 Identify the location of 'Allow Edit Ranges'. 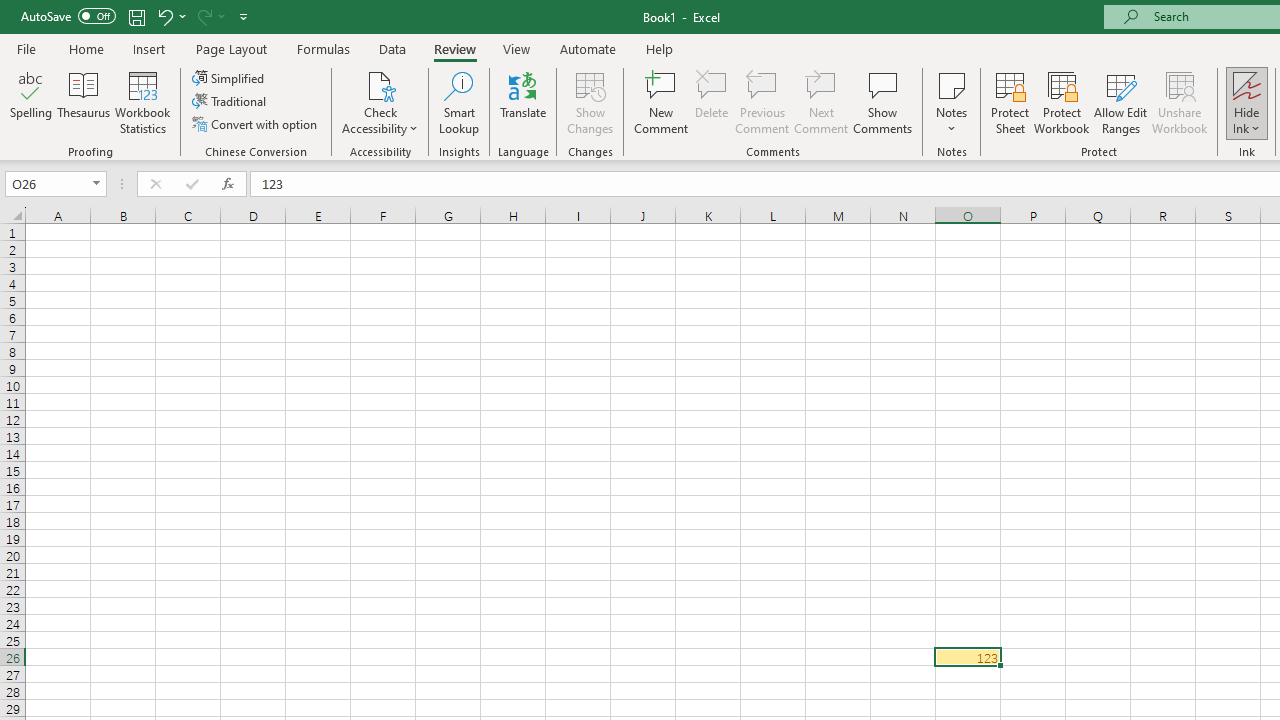
(1120, 103).